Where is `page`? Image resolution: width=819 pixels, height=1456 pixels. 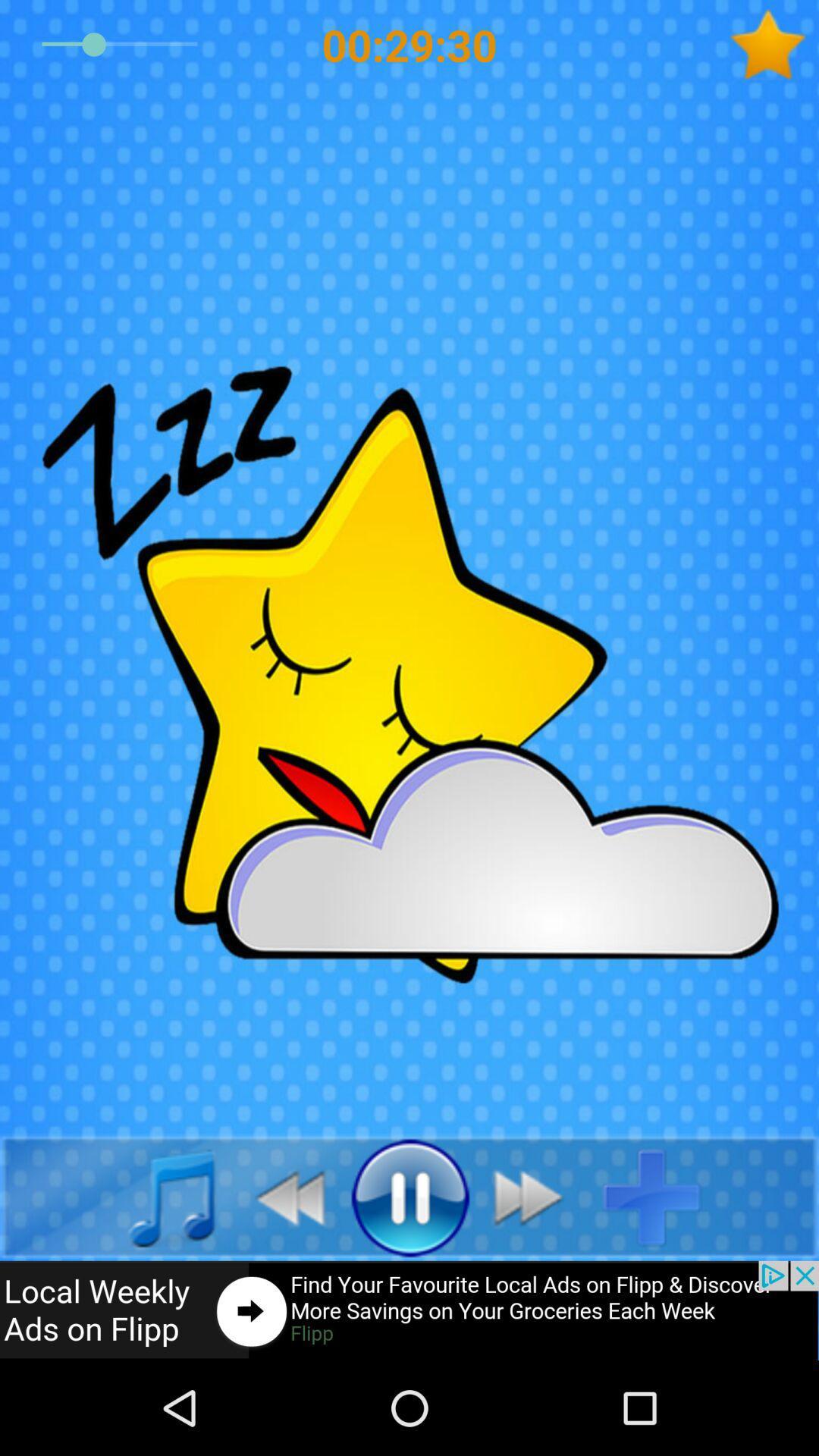
page is located at coordinates (663, 1196).